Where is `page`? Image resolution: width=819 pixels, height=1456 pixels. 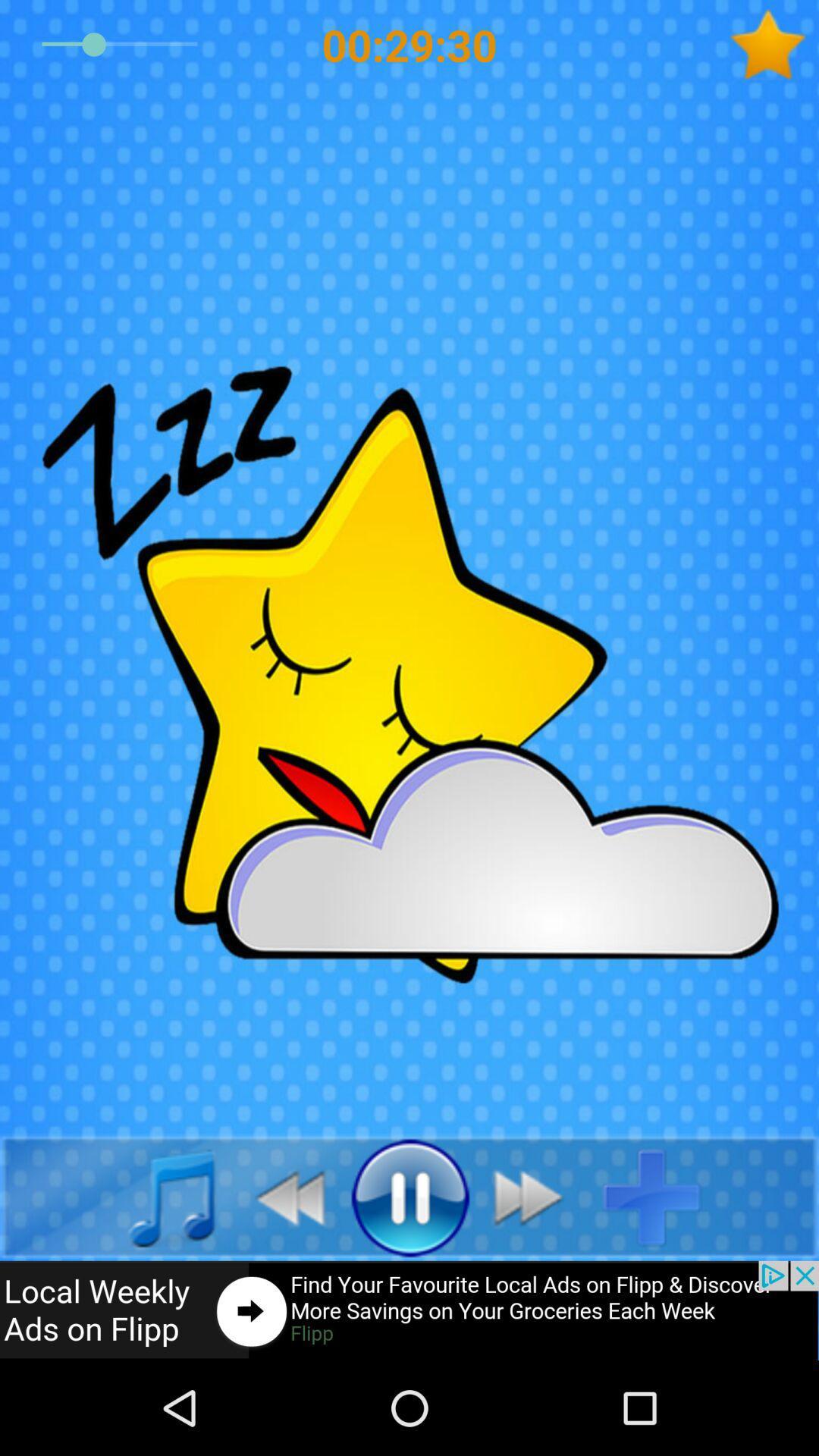
page is located at coordinates (663, 1196).